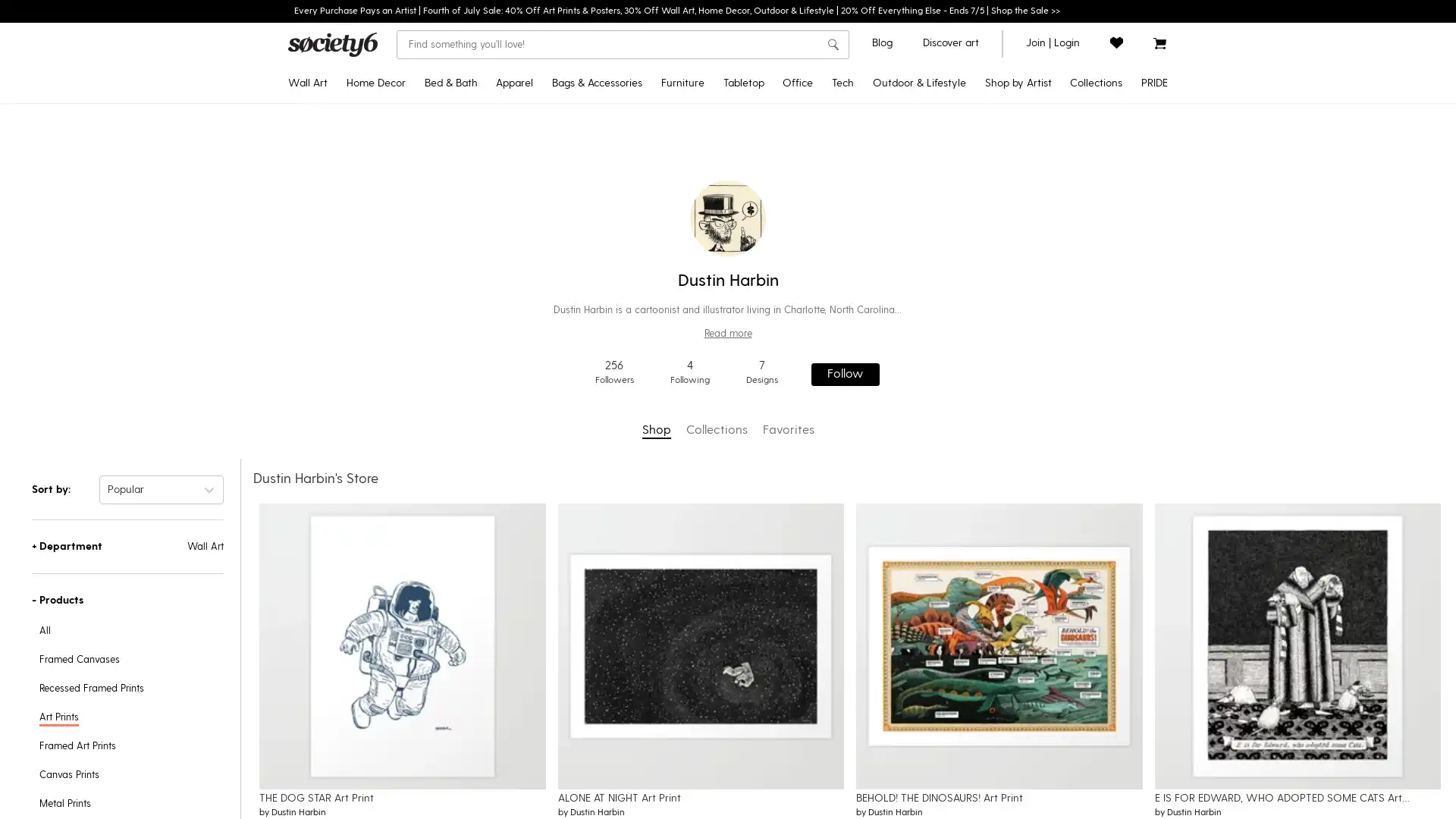  I want to click on Yoga Towels, so click(939, 171).